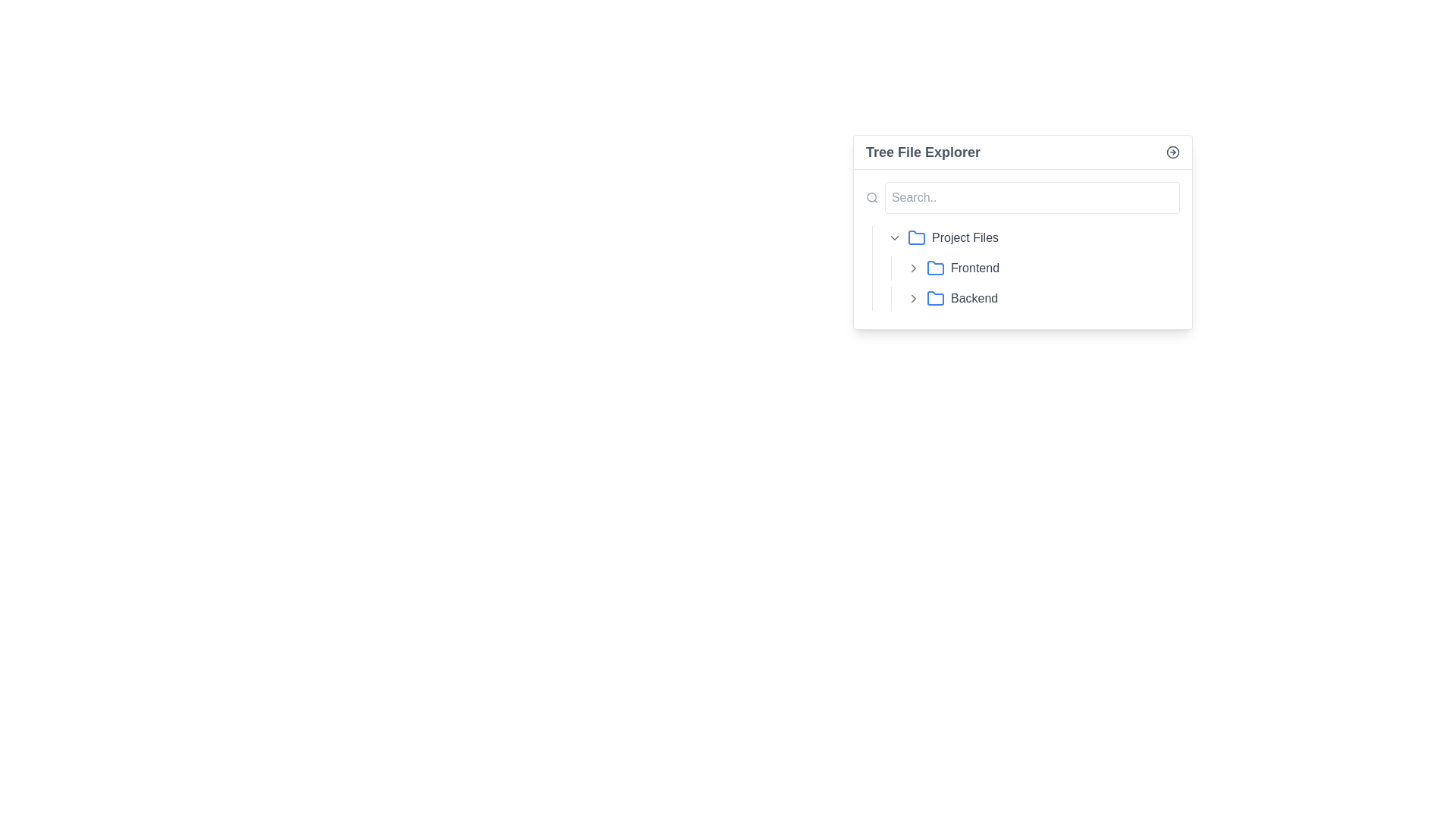  Describe the element at coordinates (872, 197) in the screenshot. I see `the magnifying glass SVG icon located on the leftmost side of the toolbar, adjacent to the search input field` at that location.